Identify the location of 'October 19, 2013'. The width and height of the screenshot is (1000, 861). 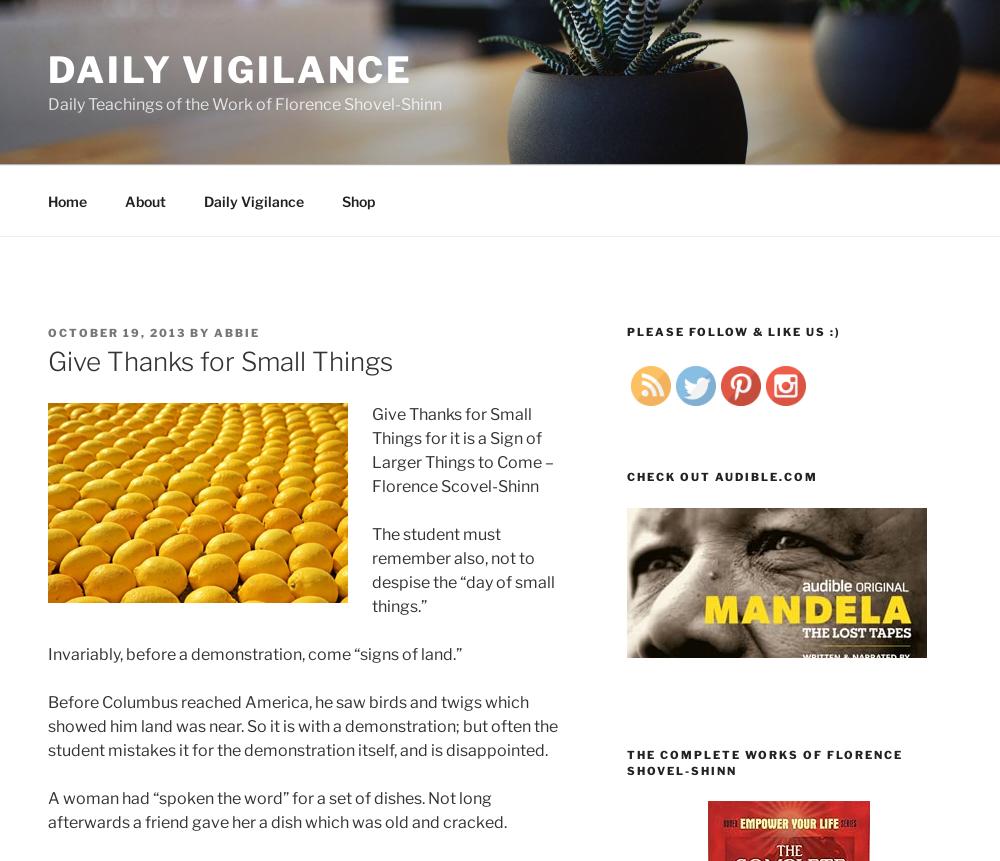
(116, 332).